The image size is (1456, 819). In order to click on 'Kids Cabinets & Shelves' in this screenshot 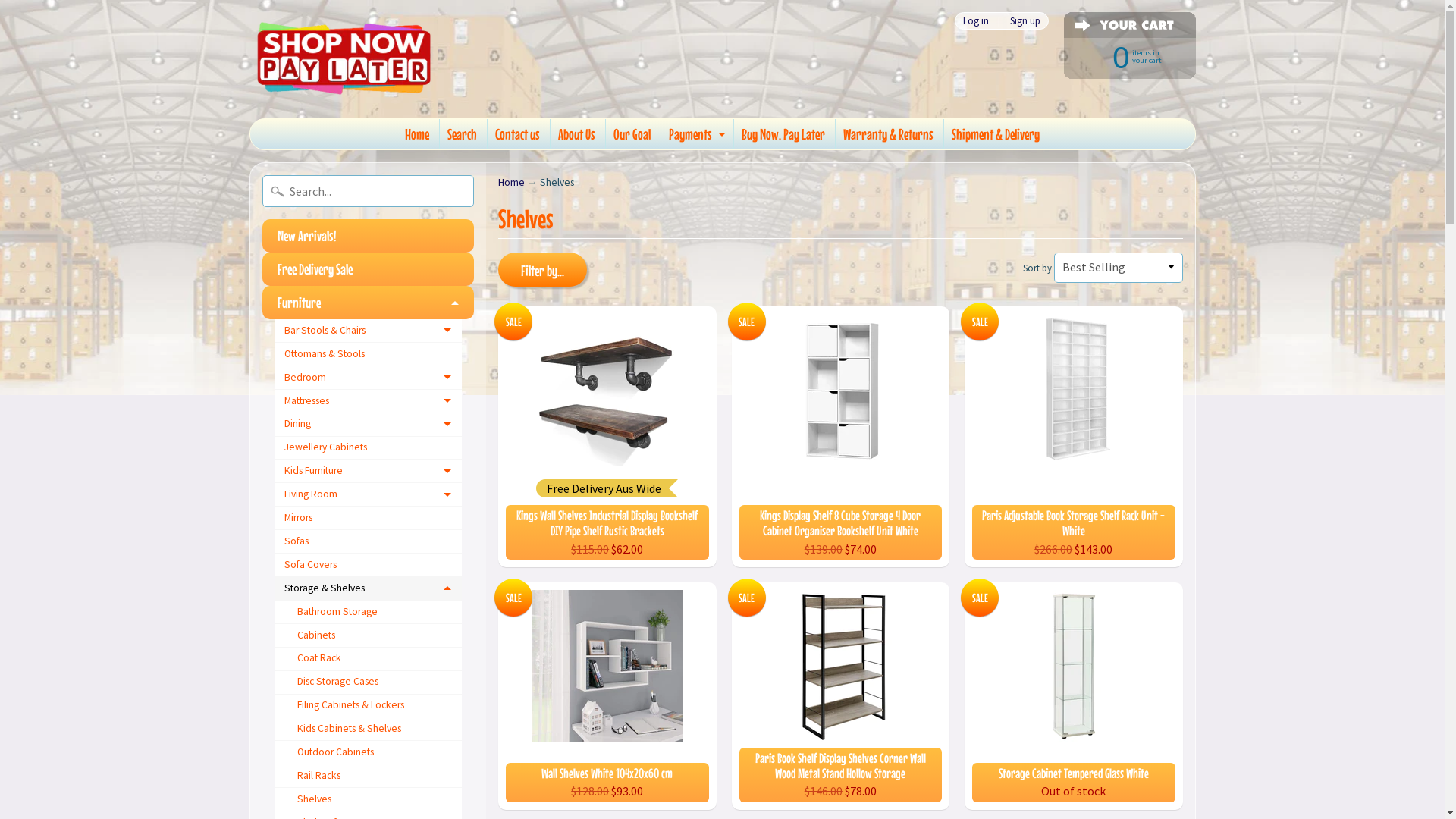, I will do `click(368, 728)`.